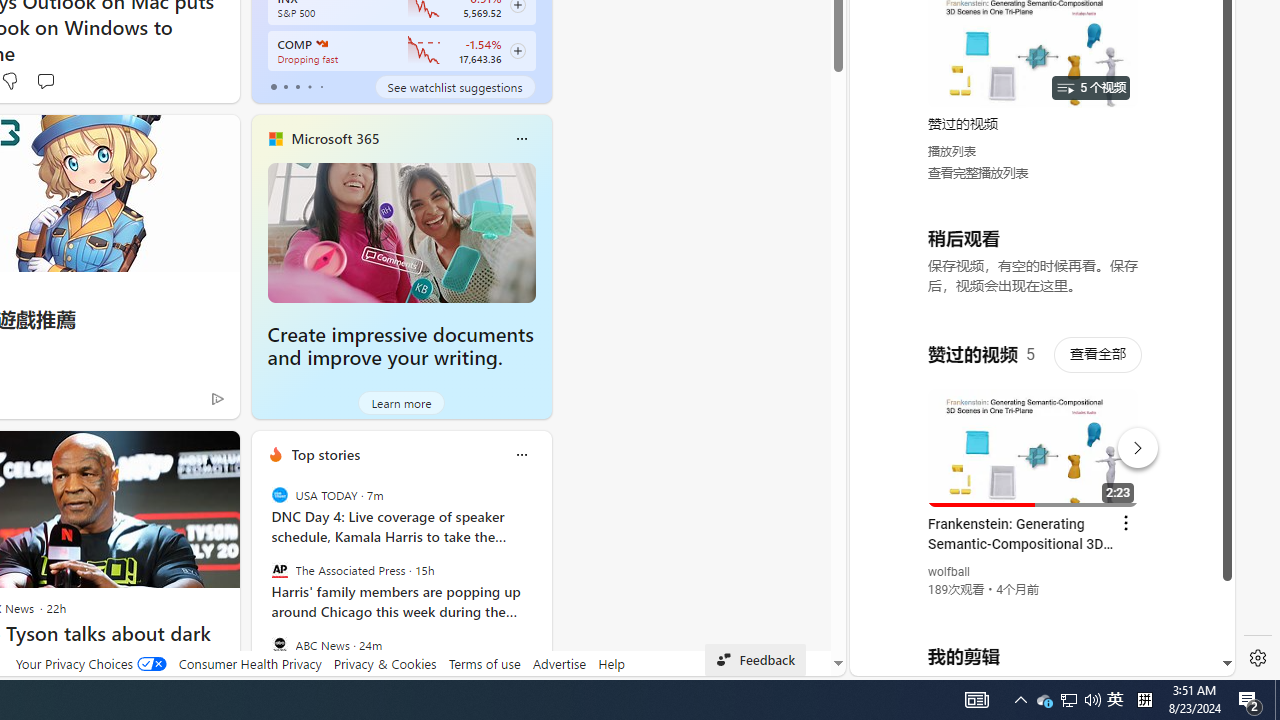 Image resolution: width=1280 pixels, height=720 pixels. What do you see at coordinates (284, 86) in the screenshot?
I see `'tab-1'` at bounding box center [284, 86].